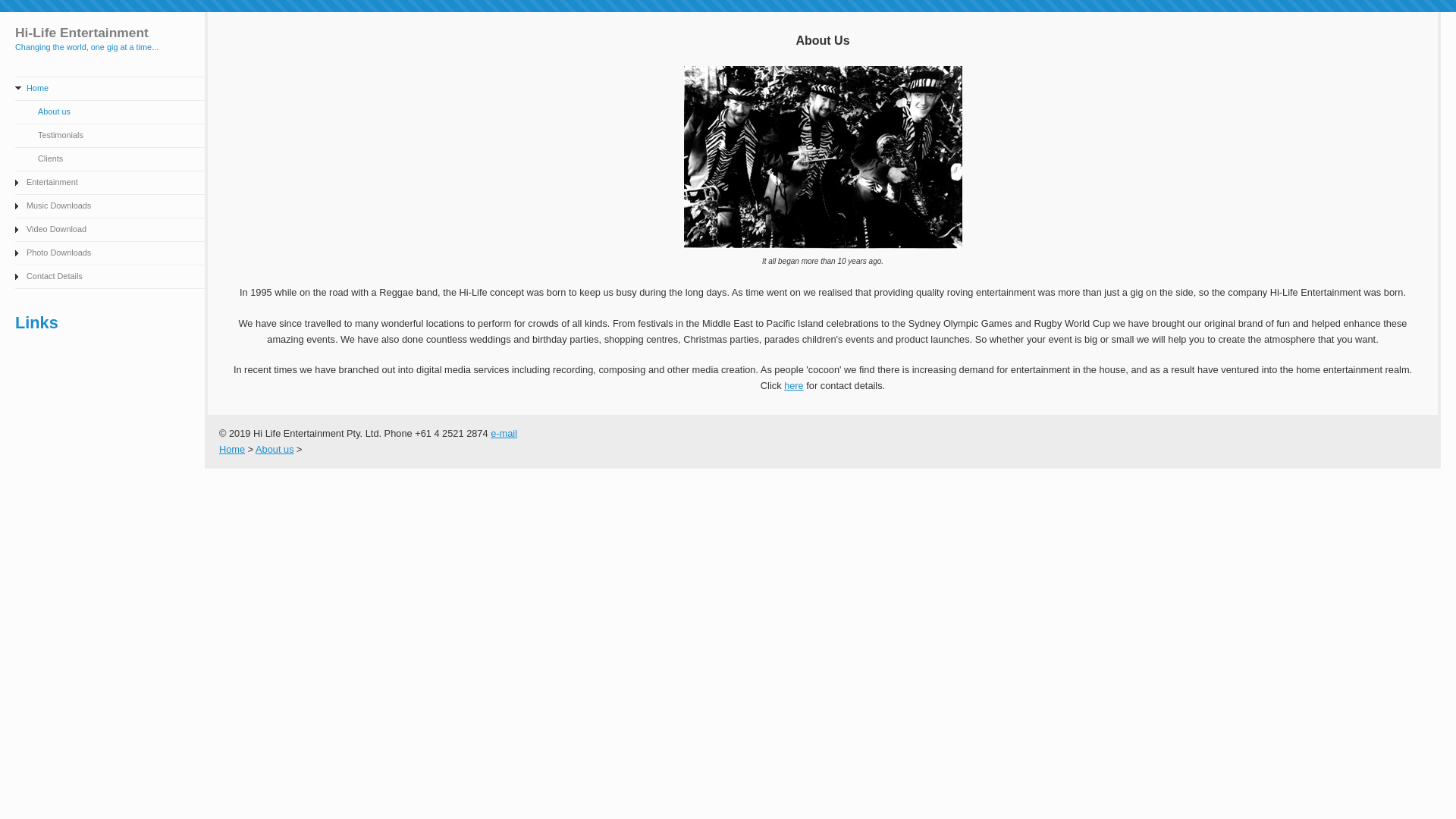 This screenshot has width=1456, height=819. I want to click on 'here', so click(792, 384).